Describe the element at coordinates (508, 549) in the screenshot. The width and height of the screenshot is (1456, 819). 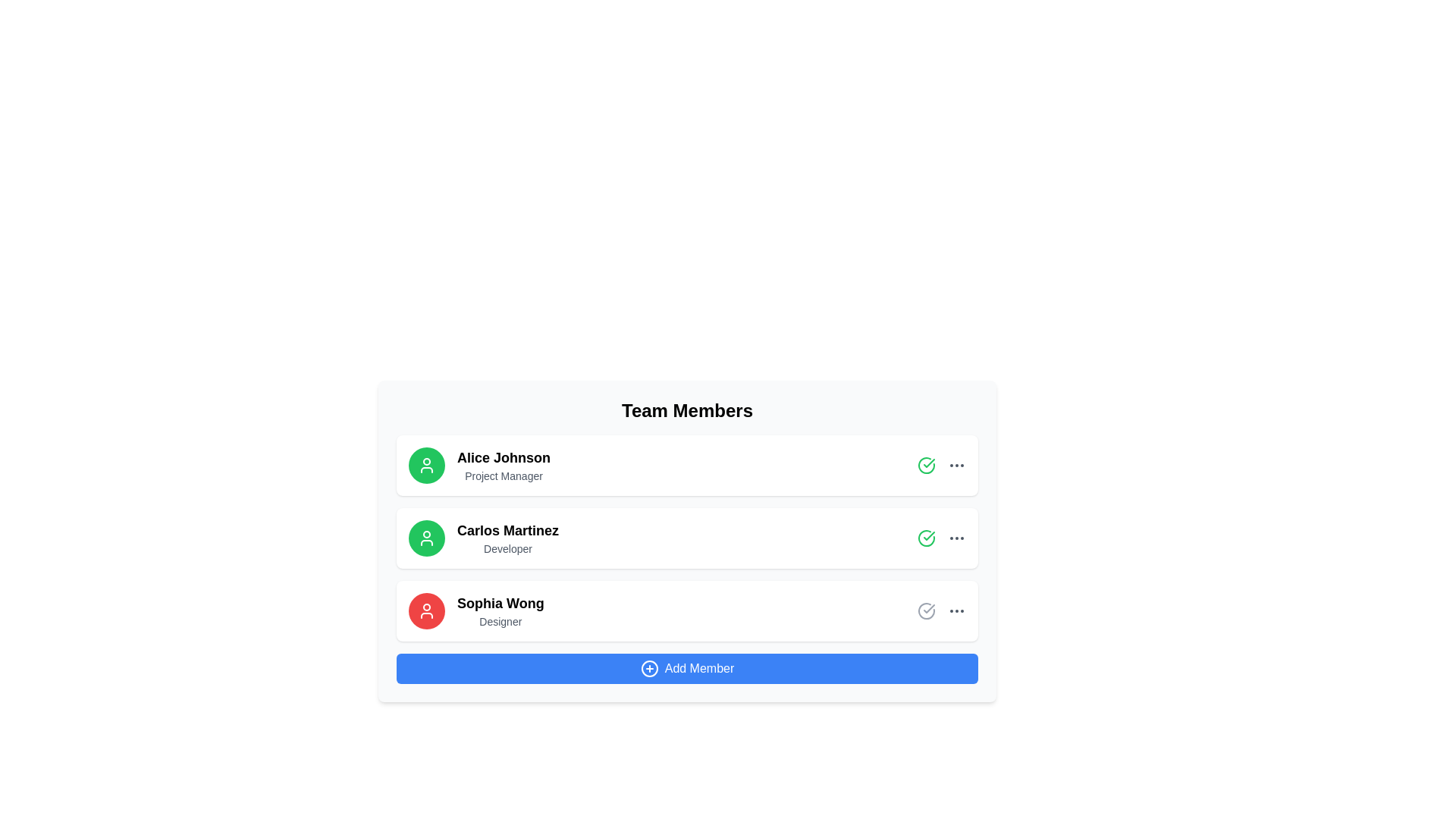
I see `Text Label indicating that 'Carlos Martinez' is a developer, which is positioned directly beneath his name in the profile card` at that location.